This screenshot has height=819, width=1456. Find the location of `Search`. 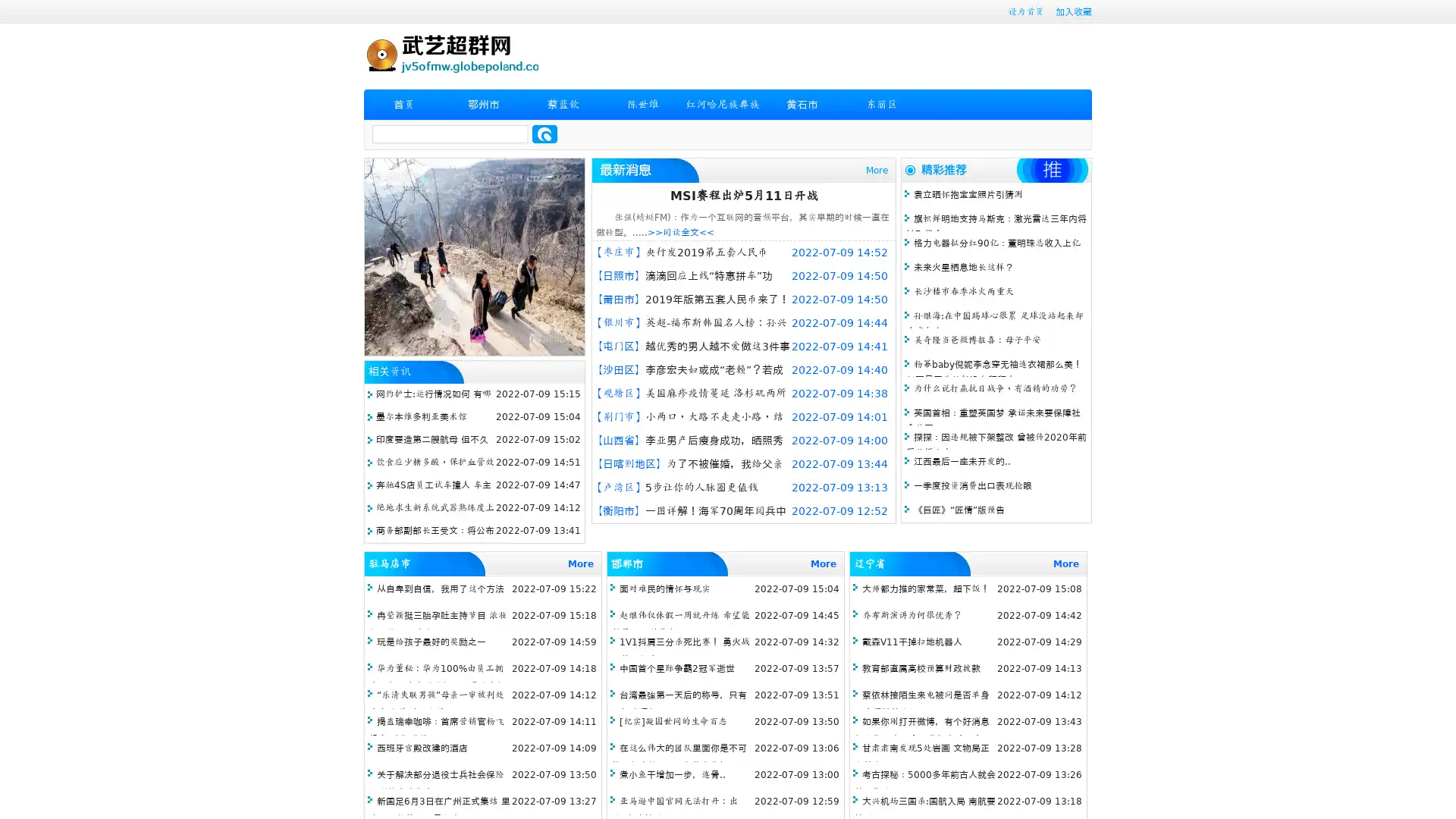

Search is located at coordinates (544, 133).